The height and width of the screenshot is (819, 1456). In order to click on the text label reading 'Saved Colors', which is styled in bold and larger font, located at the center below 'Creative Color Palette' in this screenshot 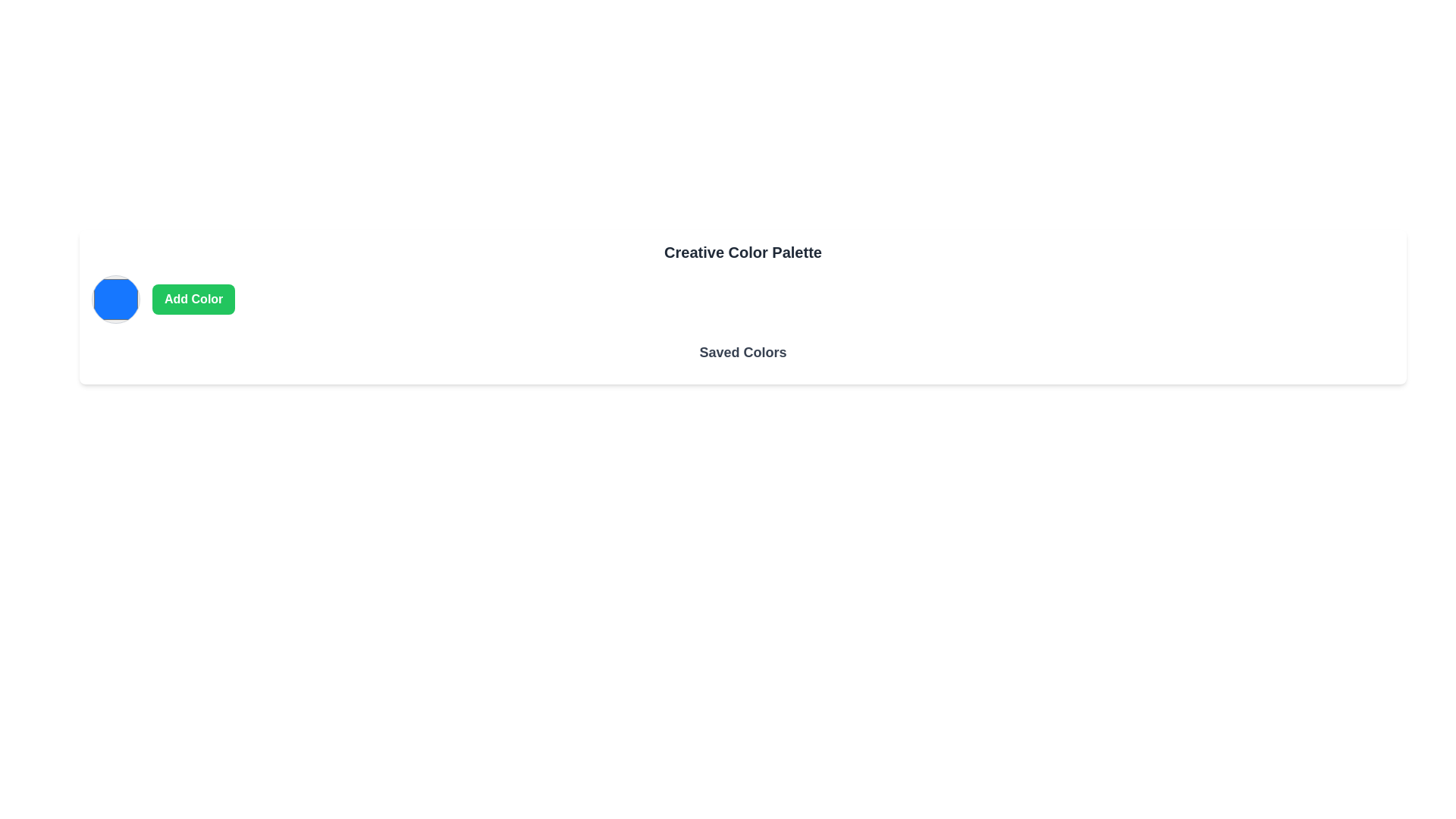, I will do `click(742, 353)`.